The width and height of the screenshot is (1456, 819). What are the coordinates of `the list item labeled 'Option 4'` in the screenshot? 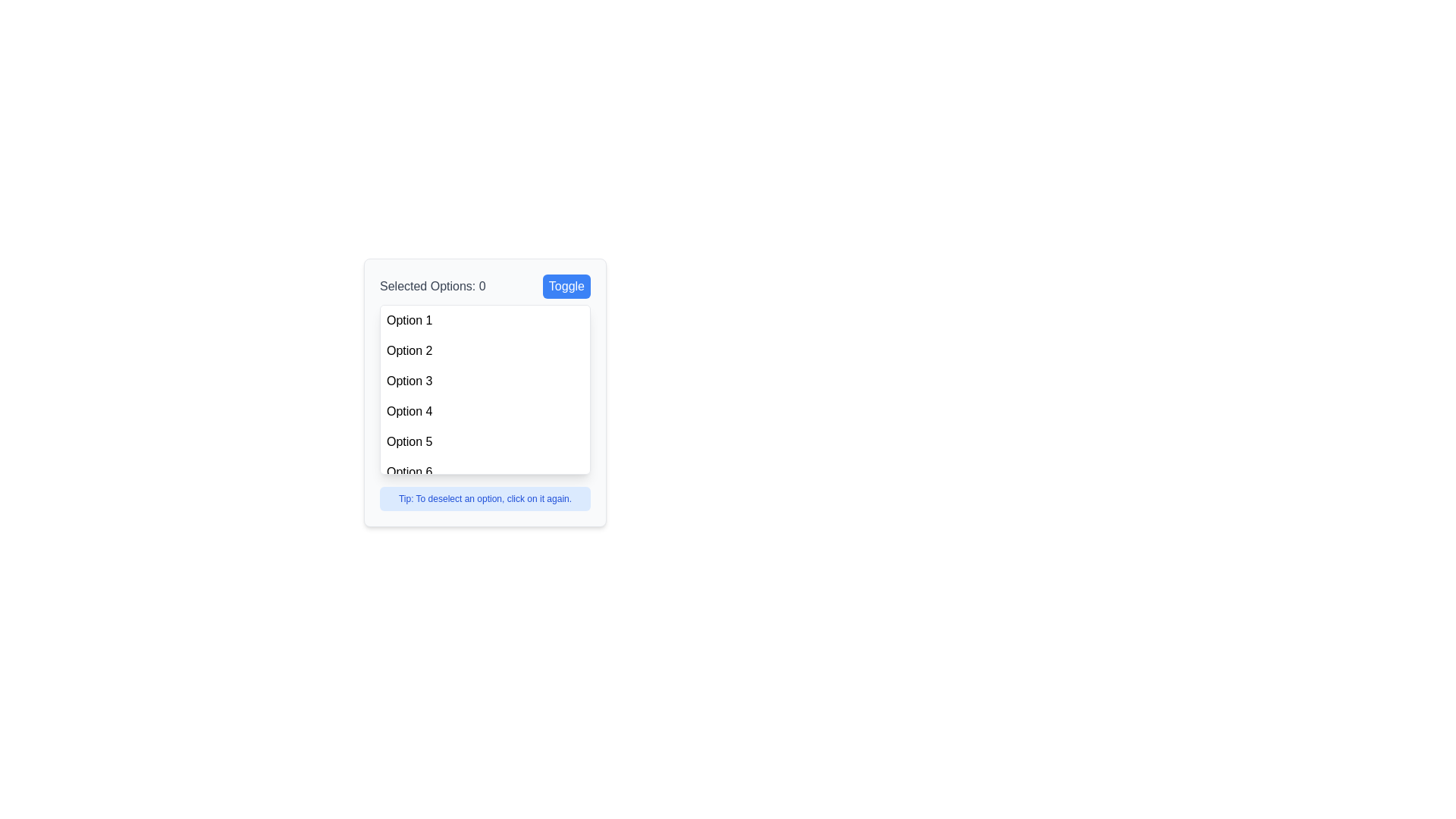 It's located at (409, 412).